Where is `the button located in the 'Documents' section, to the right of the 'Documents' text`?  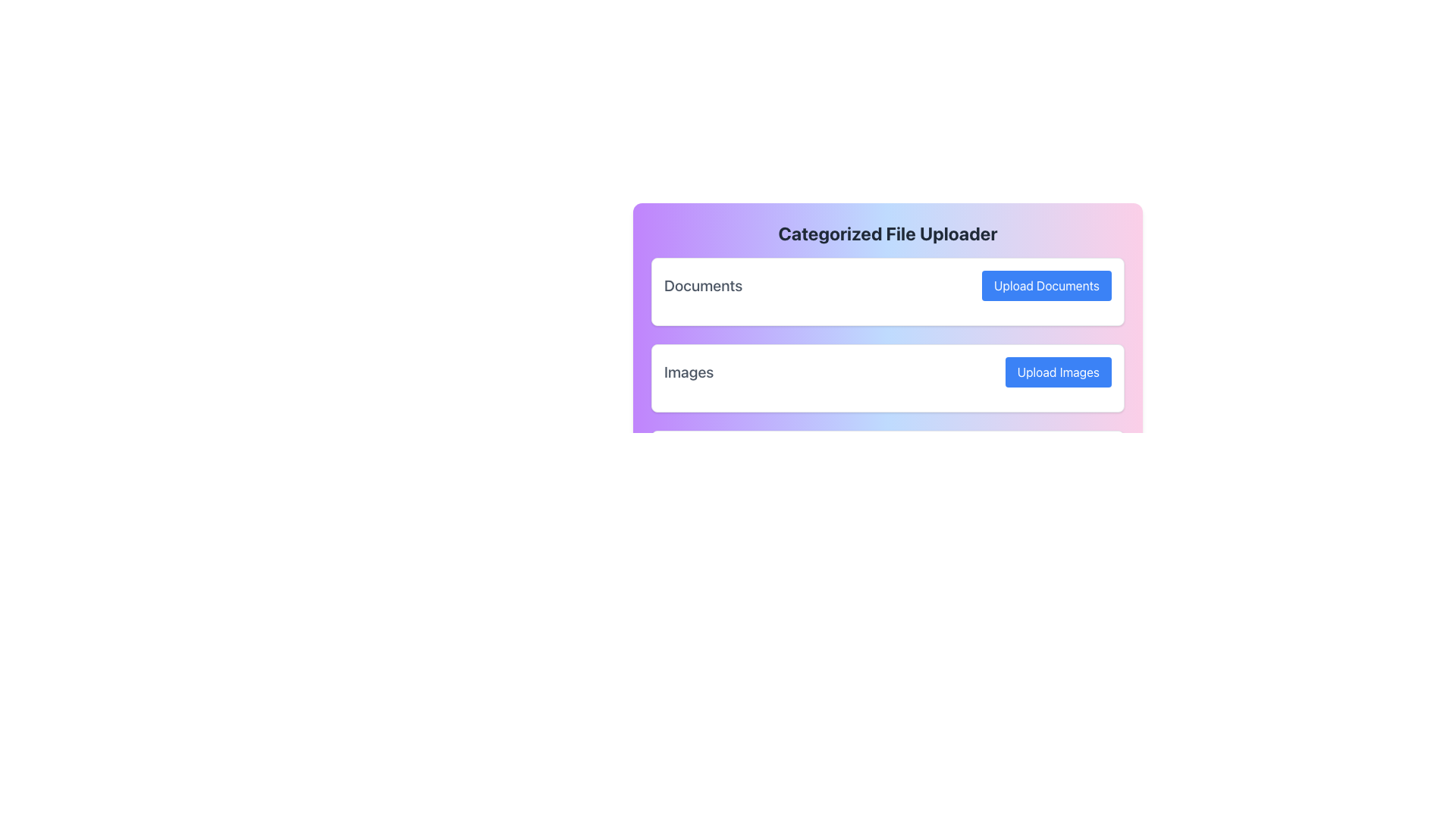 the button located in the 'Documents' section, to the right of the 'Documents' text is located at coordinates (1046, 286).